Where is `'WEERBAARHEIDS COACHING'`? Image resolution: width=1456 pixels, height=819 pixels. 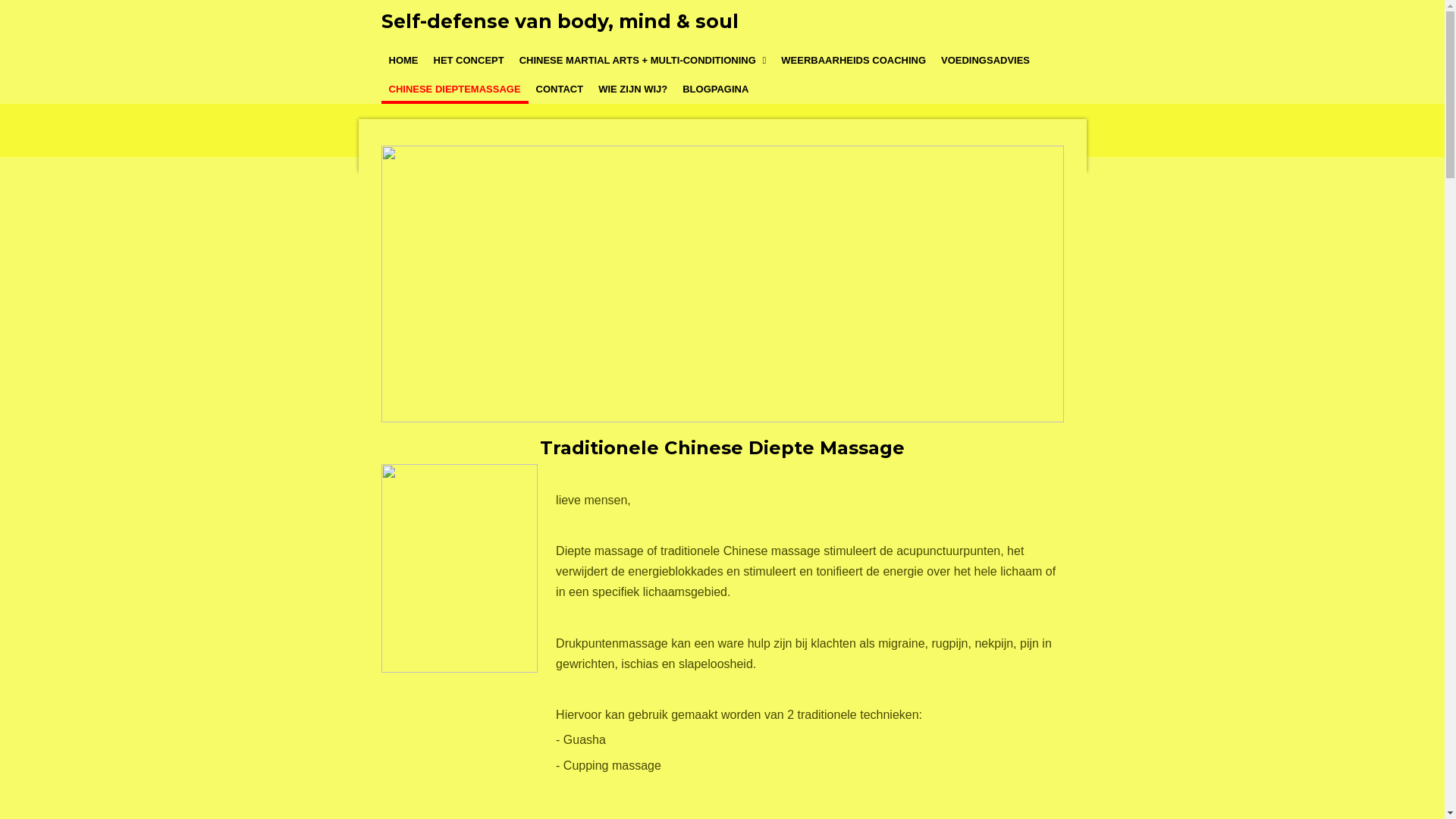
'WEERBAARHEIDS COACHING' is located at coordinates (853, 60).